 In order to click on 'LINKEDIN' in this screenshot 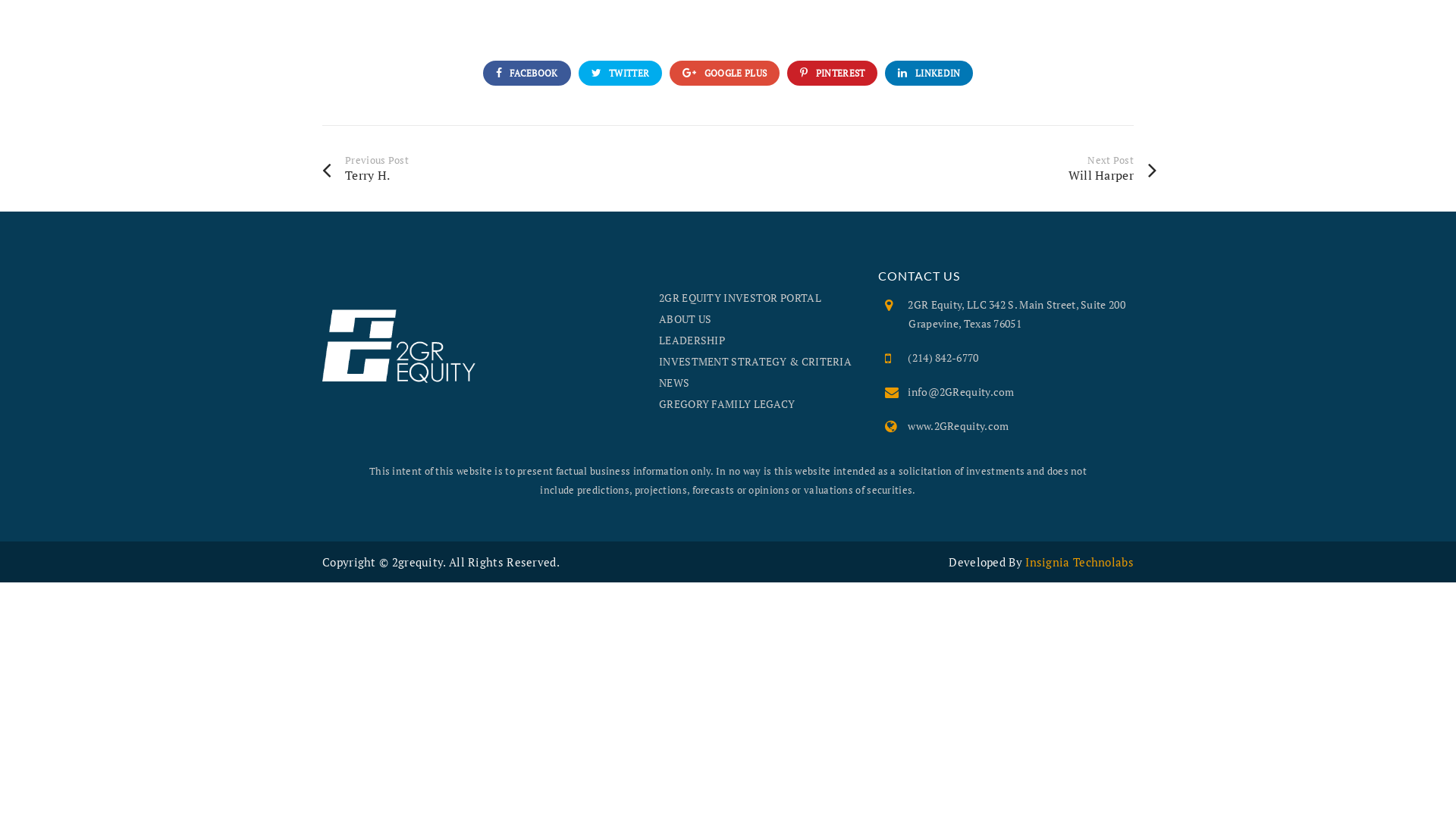, I will do `click(927, 73)`.